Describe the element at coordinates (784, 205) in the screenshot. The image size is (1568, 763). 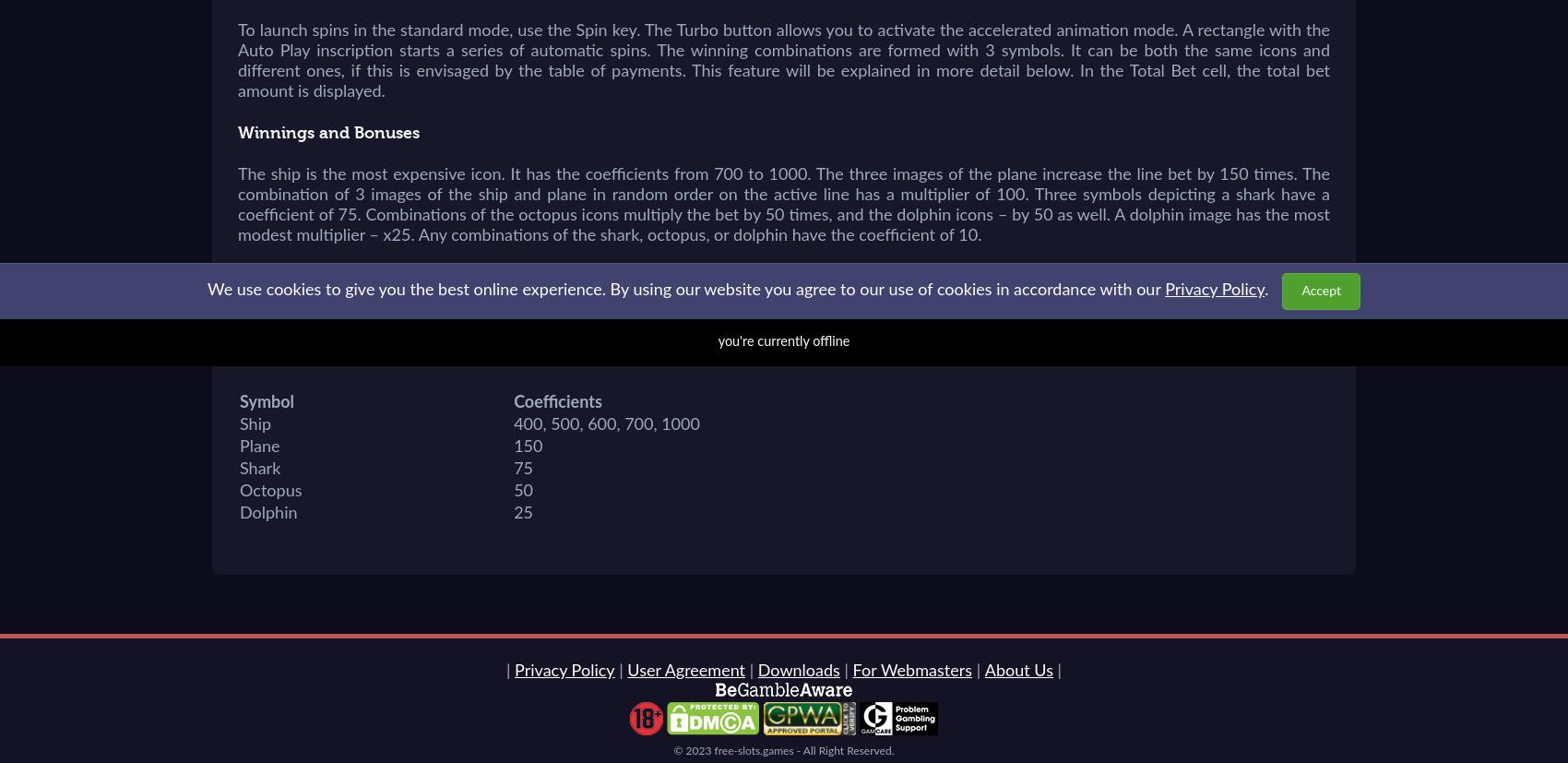
I see `'The ship is the most expensive icon. It has the coefficients from 700 to 1000. The three images of the plane increase the line bet by 150 times. The combination of 3 images of the ship and plane in random order on the active line has a multiplier of 100. Three symbols depicting a shark have a coefficient of 75. Combinations of the octopus icons multiply the bet by 50 times, and the dolphin icons – by 50 as well. A dolphin image has the most modest multiplier – x25. Any combinations of the shark, octopus, or dolphin have the coefficient of 10.'` at that location.